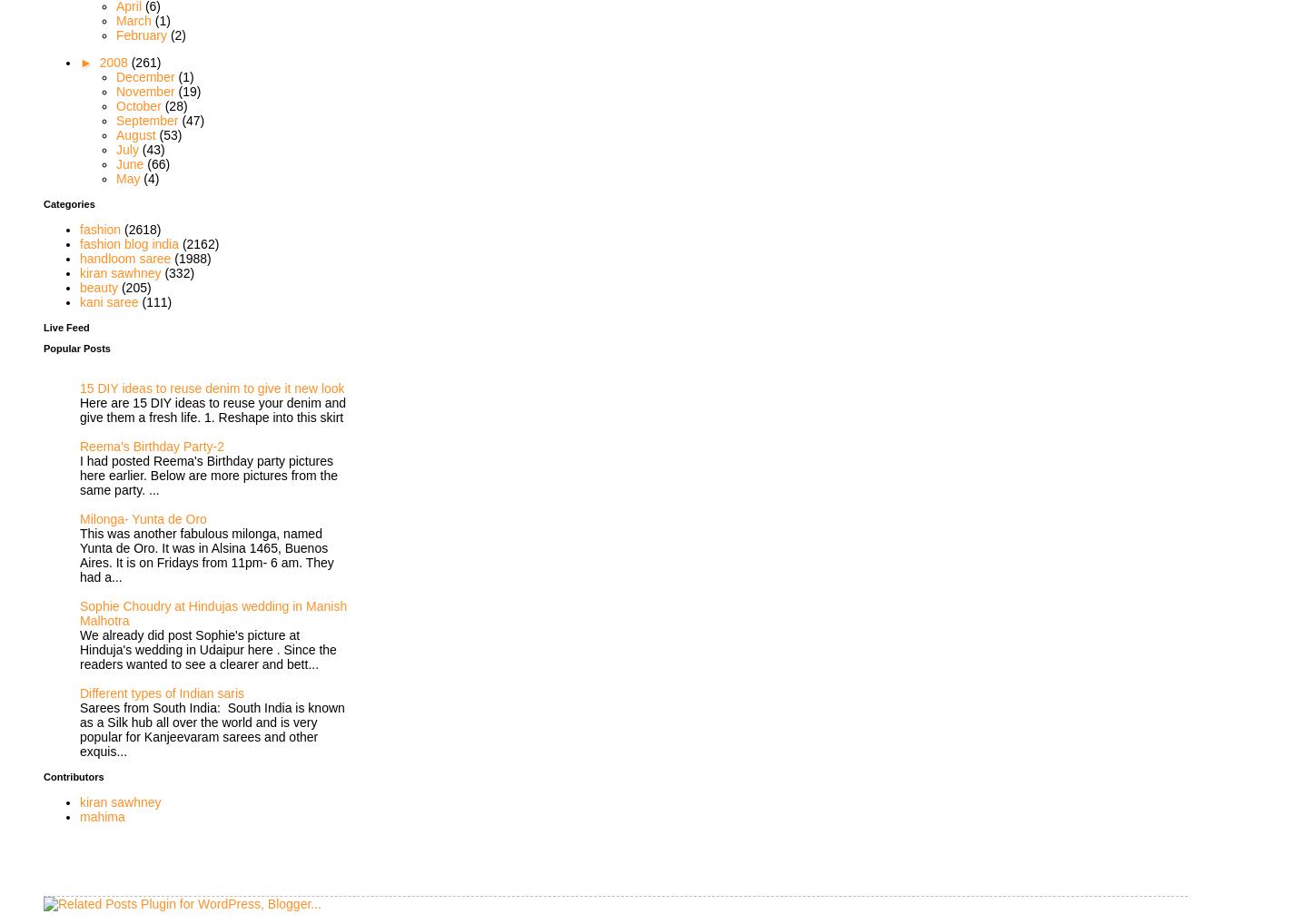 The image size is (1315, 924). What do you see at coordinates (133, 18) in the screenshot?
I see `'March'` at bounding box center [133, 18].